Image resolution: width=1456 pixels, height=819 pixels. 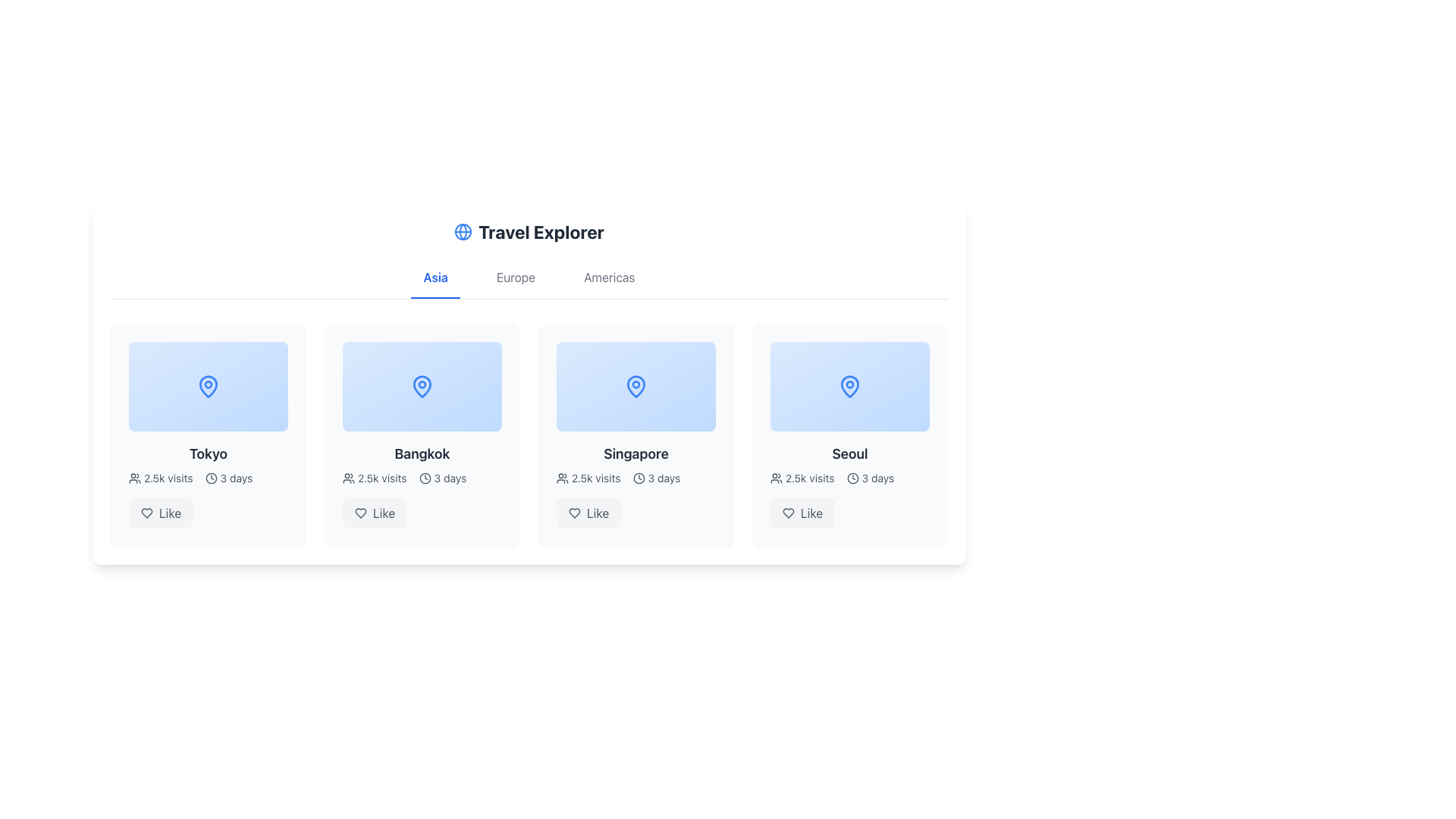 What do you see at coordinates (850, 453) in the screenshot?
I see `text label displaying 'Seoul' in bold and large font, located under the blue map pin icon within the fourth card of the 'Asia' row` at bounding box center [850, 453].